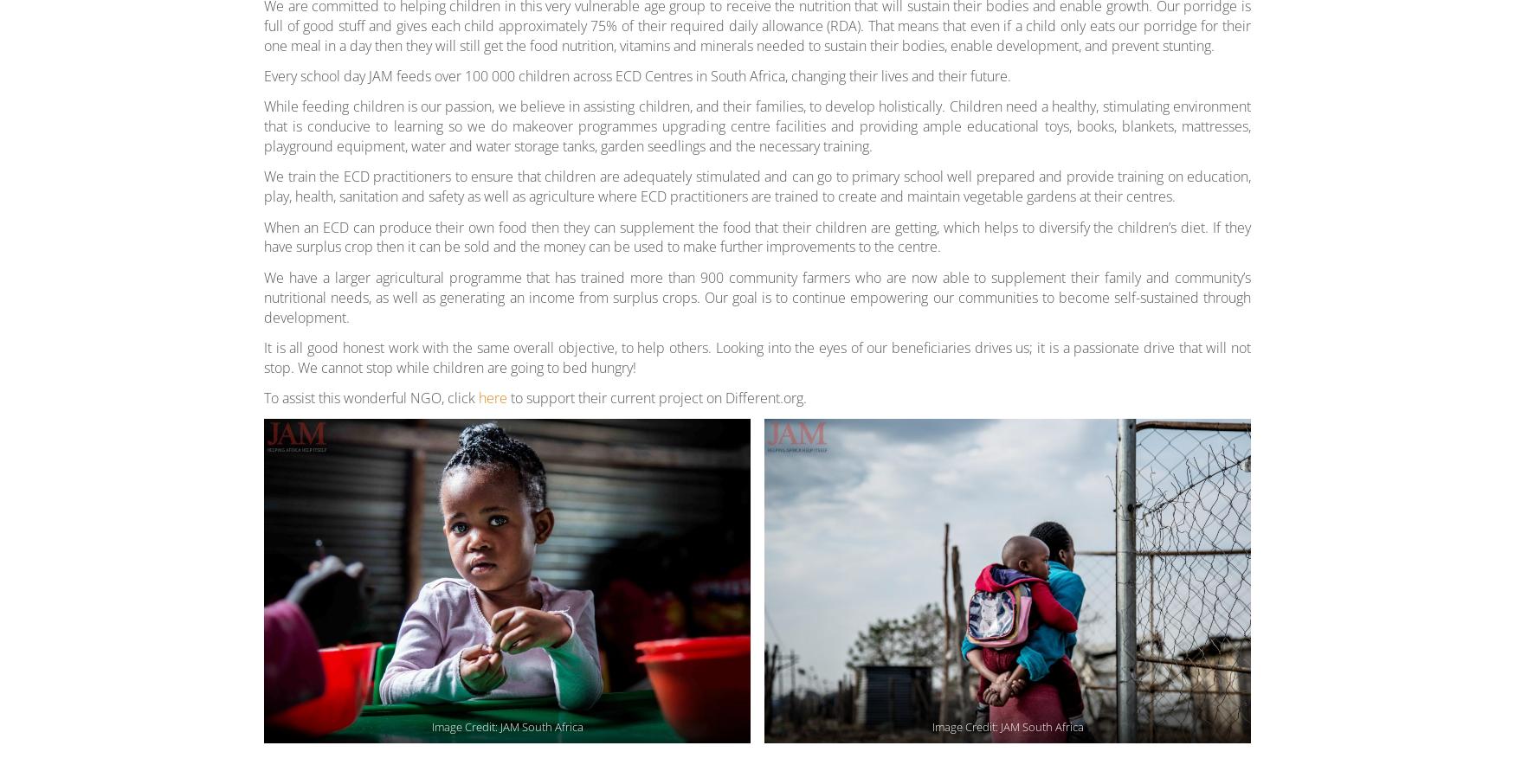 This screenshot has height=784, width=1515. What do you see at coordinates (757, 185) in the screenshot?
I see `'We train the ECD practitioners to ensure that children are adequately stimulated and can go to primary school well prepared and provide training on education, play, health, sanitation and safety as well as agriculture where ECD practitioners are trained to create and maintain vegetable gardens at their centres.'` at bounding box center [757, 185].